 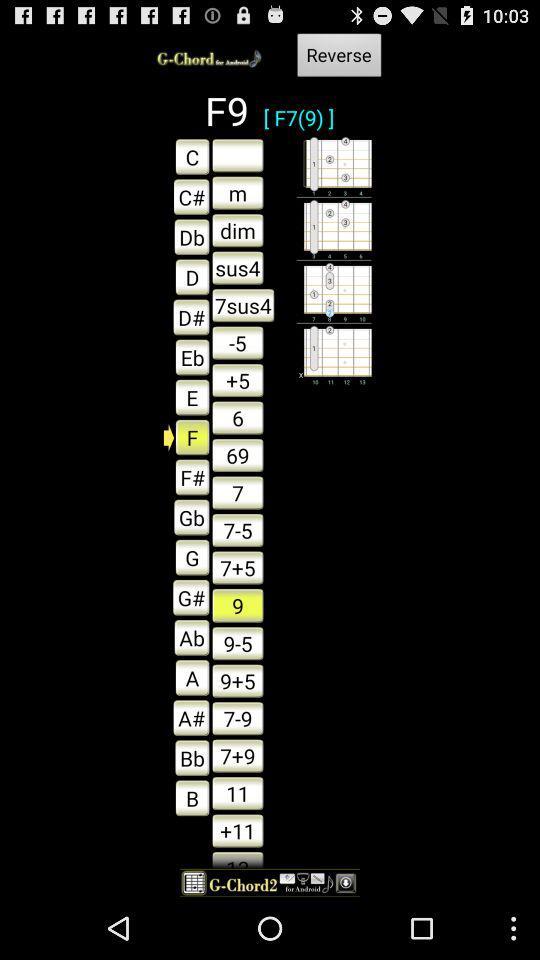 What do you see at coordinates (237, 491) in the screenshot?
I see `the button which is above the 75` at bounding box center [237, 491].